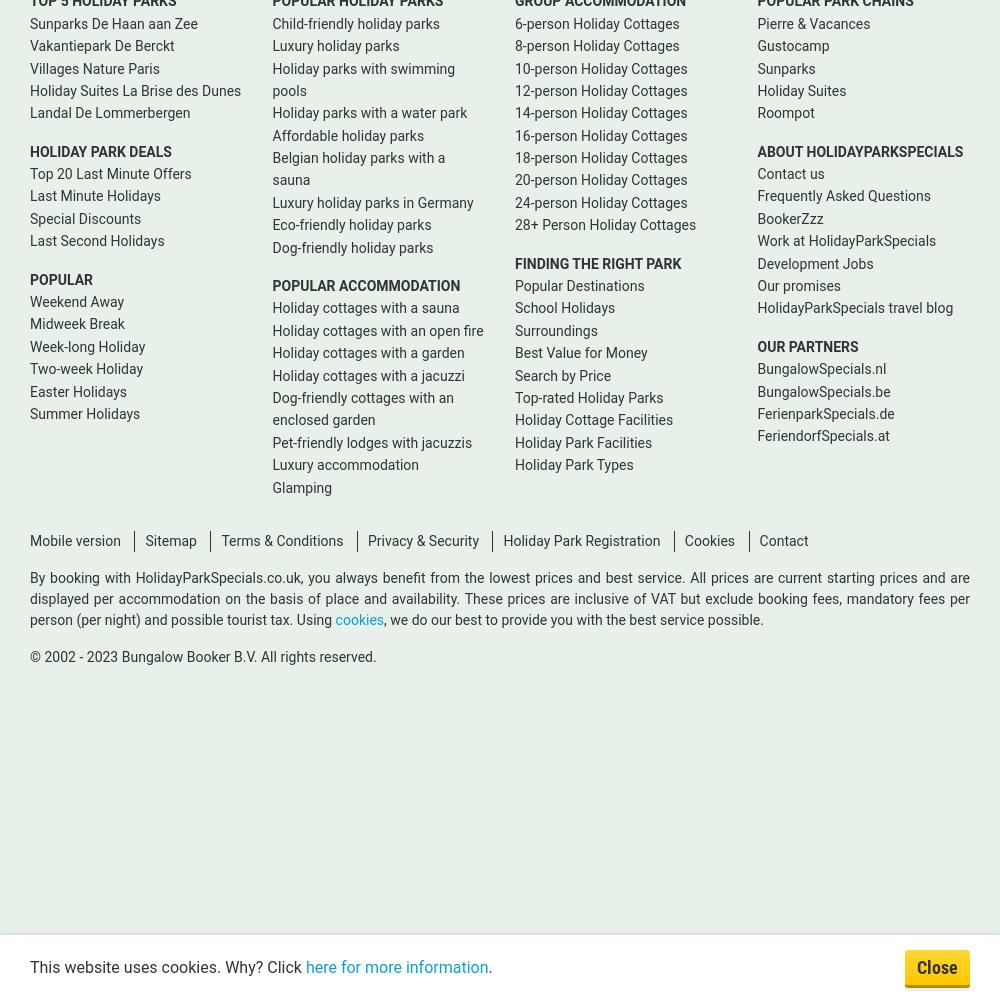 This screenshot has height=1000, width=1000. What do you see at coordinates (93, 67) in the screenshot?
I see `'Villages Nature Paris'` at bounding box center [93, 67].